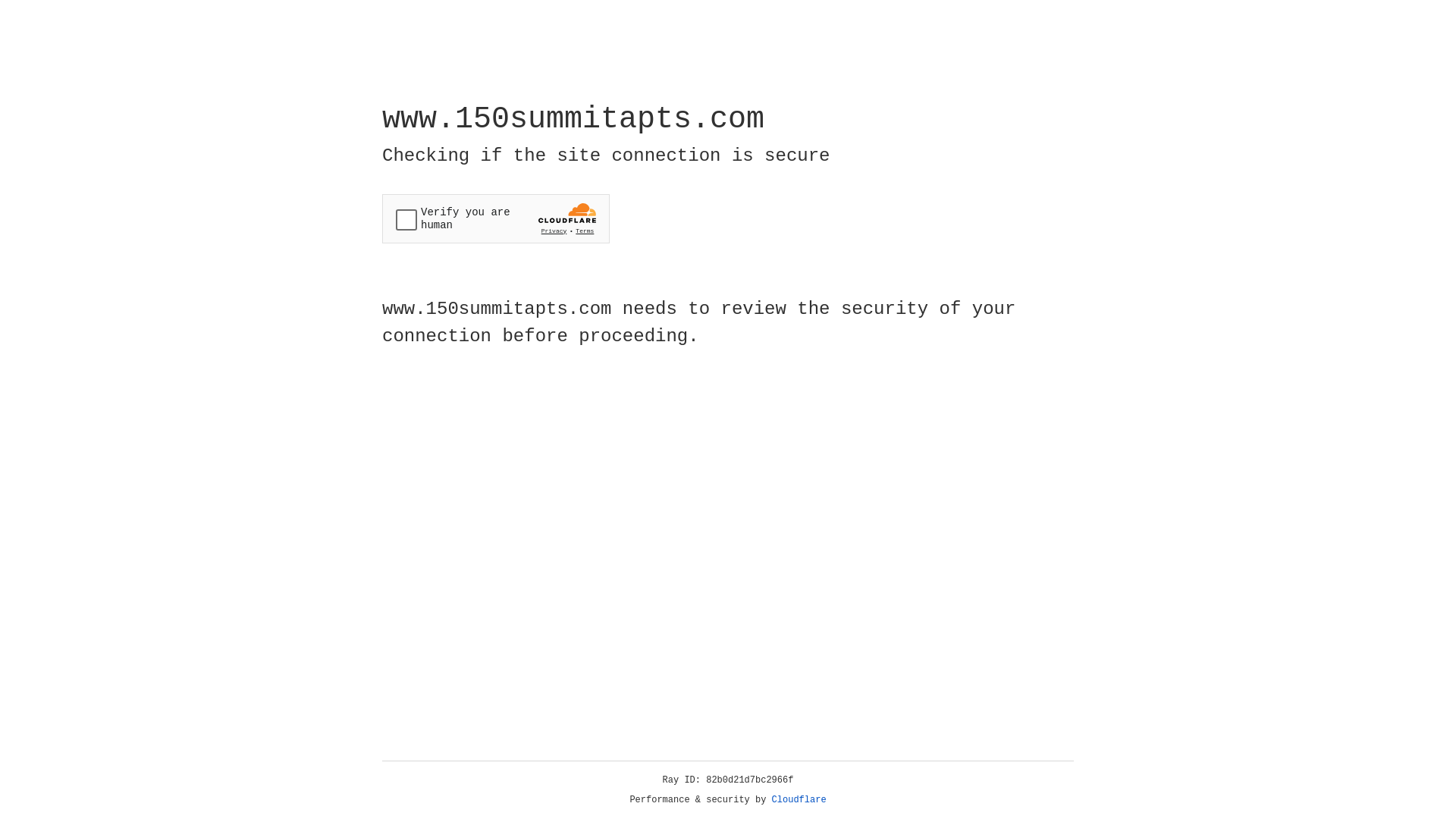 The image size is (1456, 819). I want to click on 'Cloudflare', so click(799, 799).